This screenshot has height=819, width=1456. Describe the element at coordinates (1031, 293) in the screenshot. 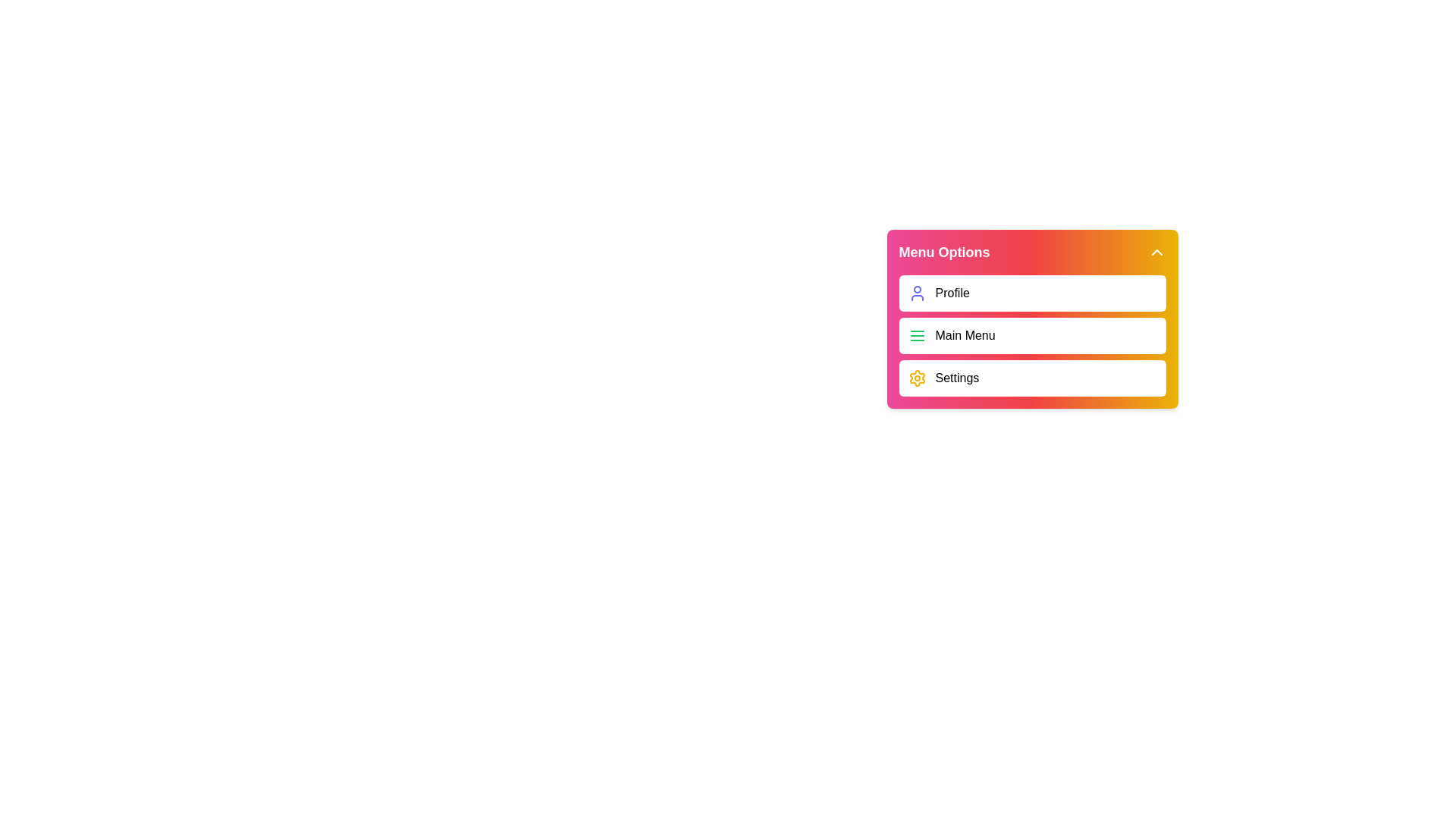

I see `the 'Profile' menu item` at that location.